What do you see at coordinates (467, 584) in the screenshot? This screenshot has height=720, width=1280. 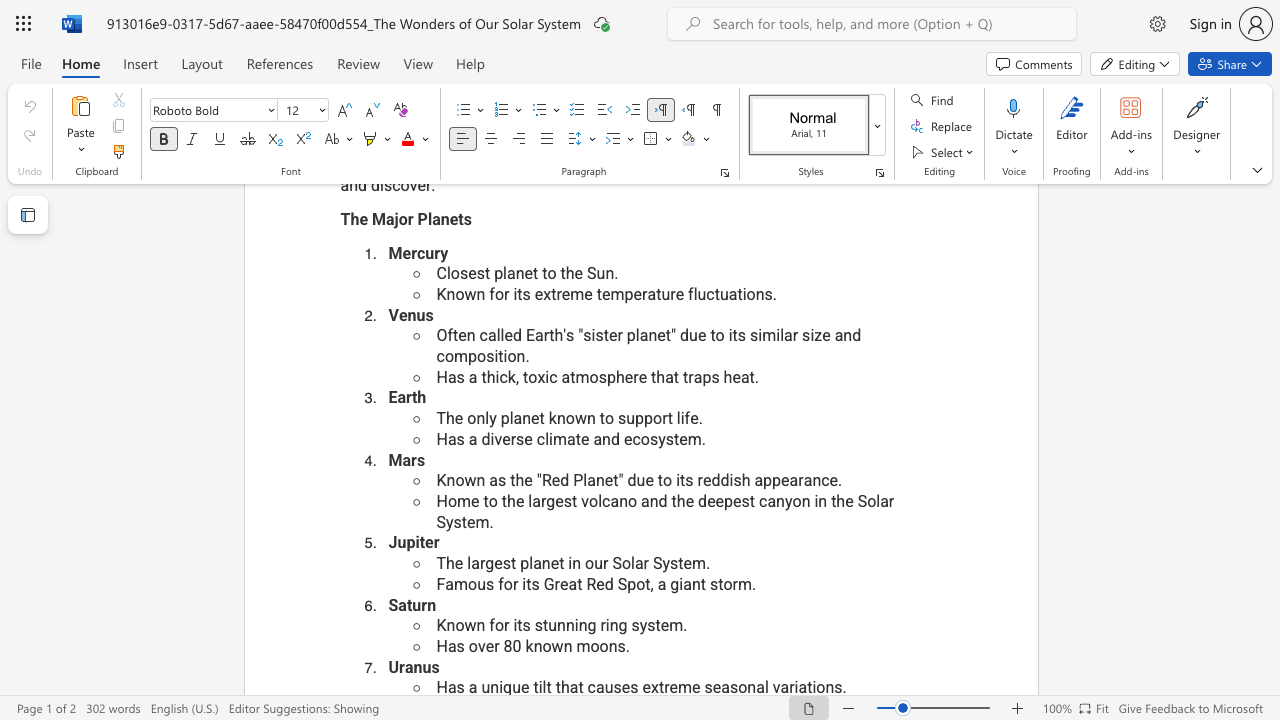 I see `the subset text "ous for its Grea" within the text "Famous for its Great Red Spot, a giant storm."` at bounding box center [467, 584].